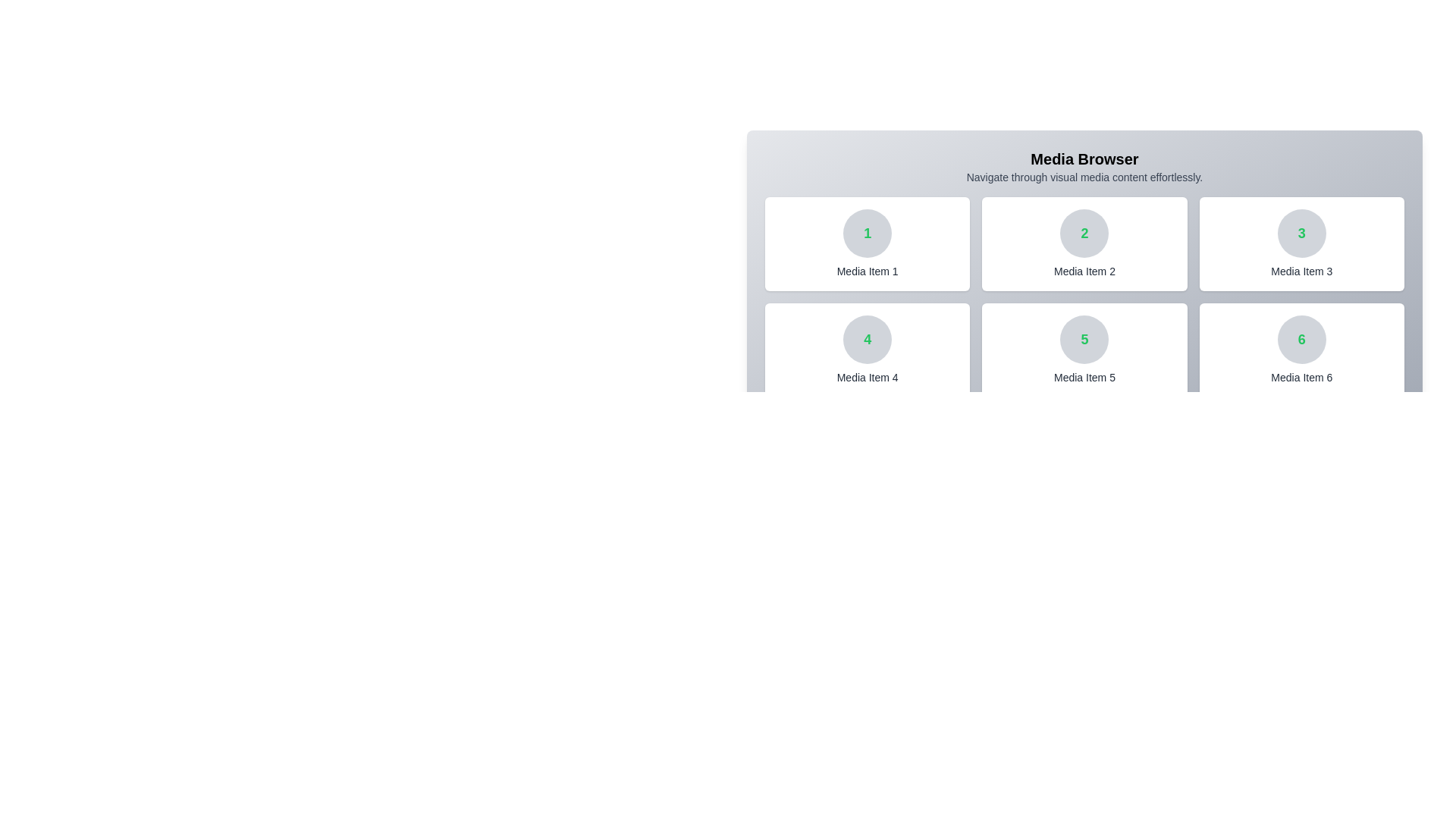 This screenshot has height=819, width=1456. Describe the element at coordinates (1084, 271) in the screenshot. I see `the static text label displaying 'Media Item 2', which is styled in gray and positioned below the circular element with the number '2'` at that location.